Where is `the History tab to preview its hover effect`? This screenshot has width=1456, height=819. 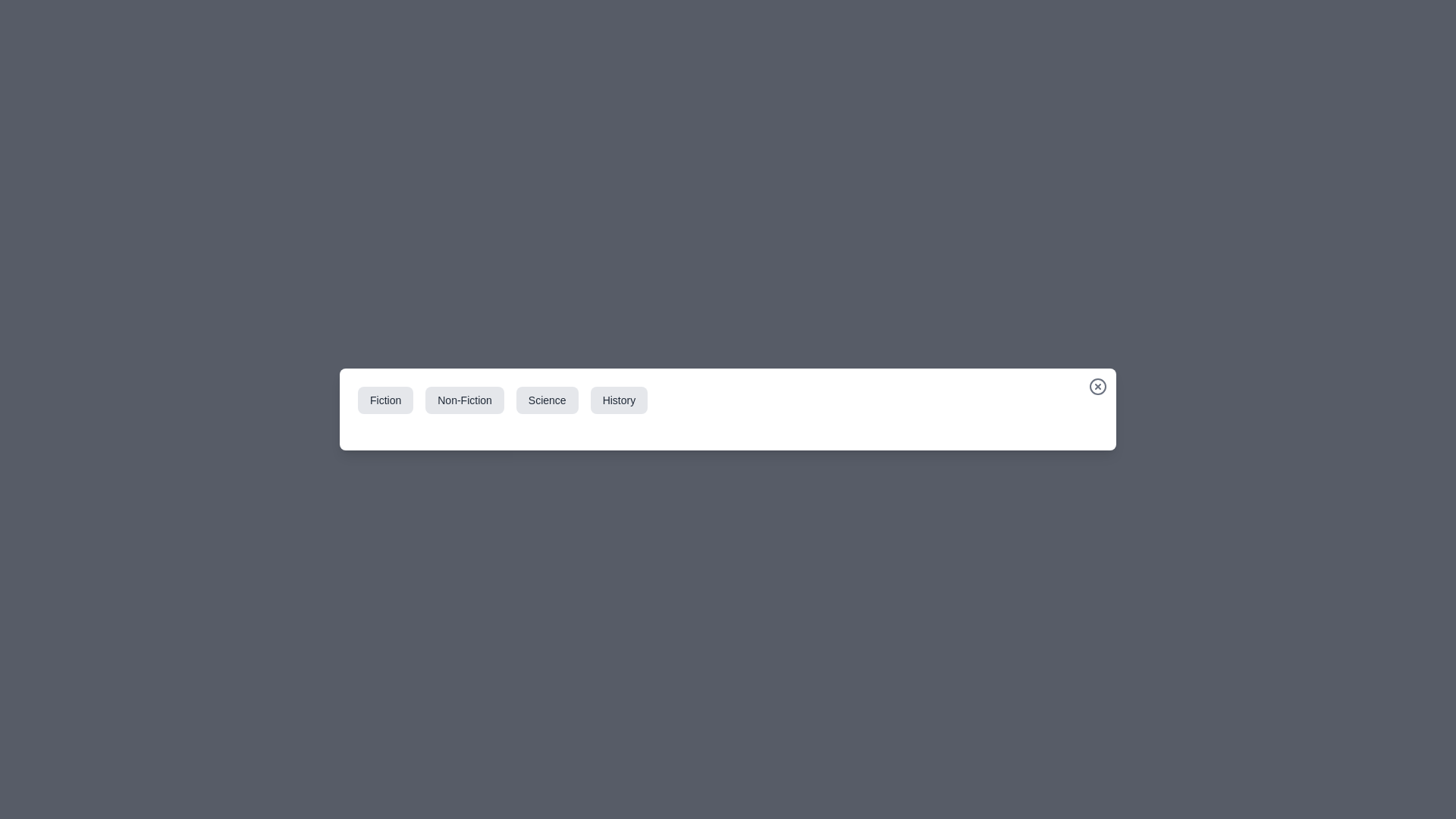
the History tab to preview its hover effect is located at coordinates (619, 400).